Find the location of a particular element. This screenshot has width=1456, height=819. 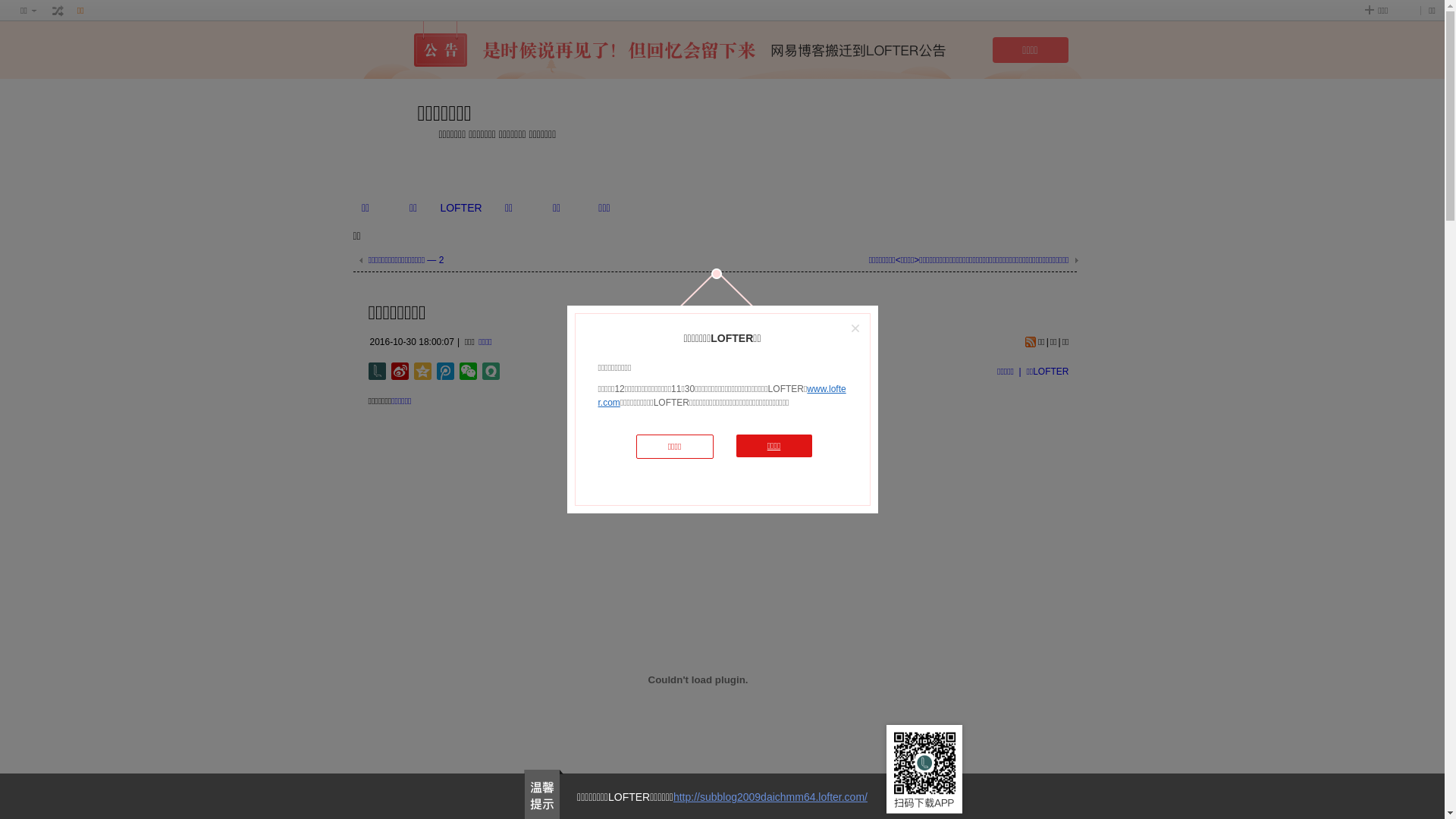

'www.lofter.com' is located at coordinates (720, 394).